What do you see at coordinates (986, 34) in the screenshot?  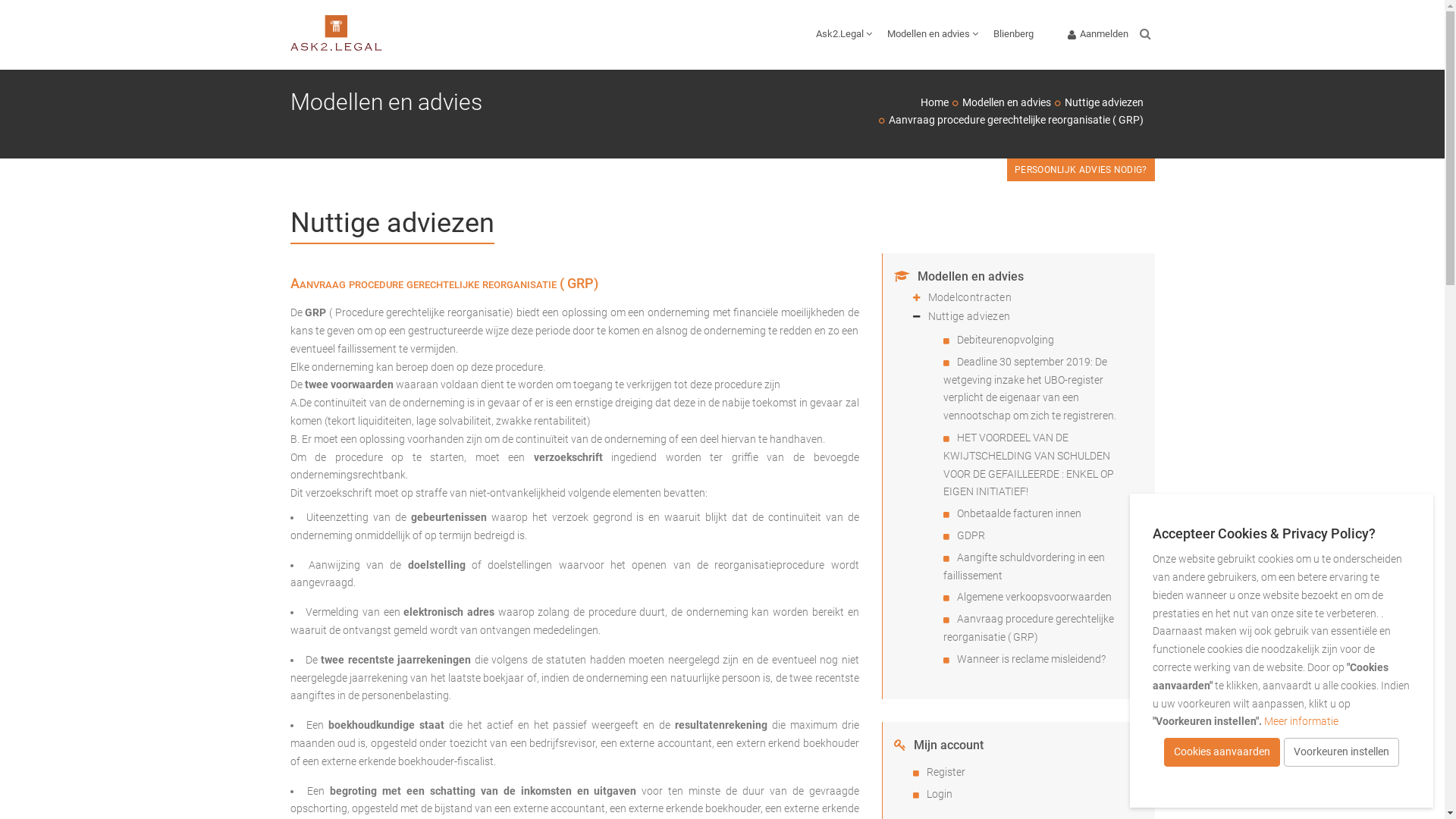 I see `'Blienberg'` at bounding box center [986, 34].